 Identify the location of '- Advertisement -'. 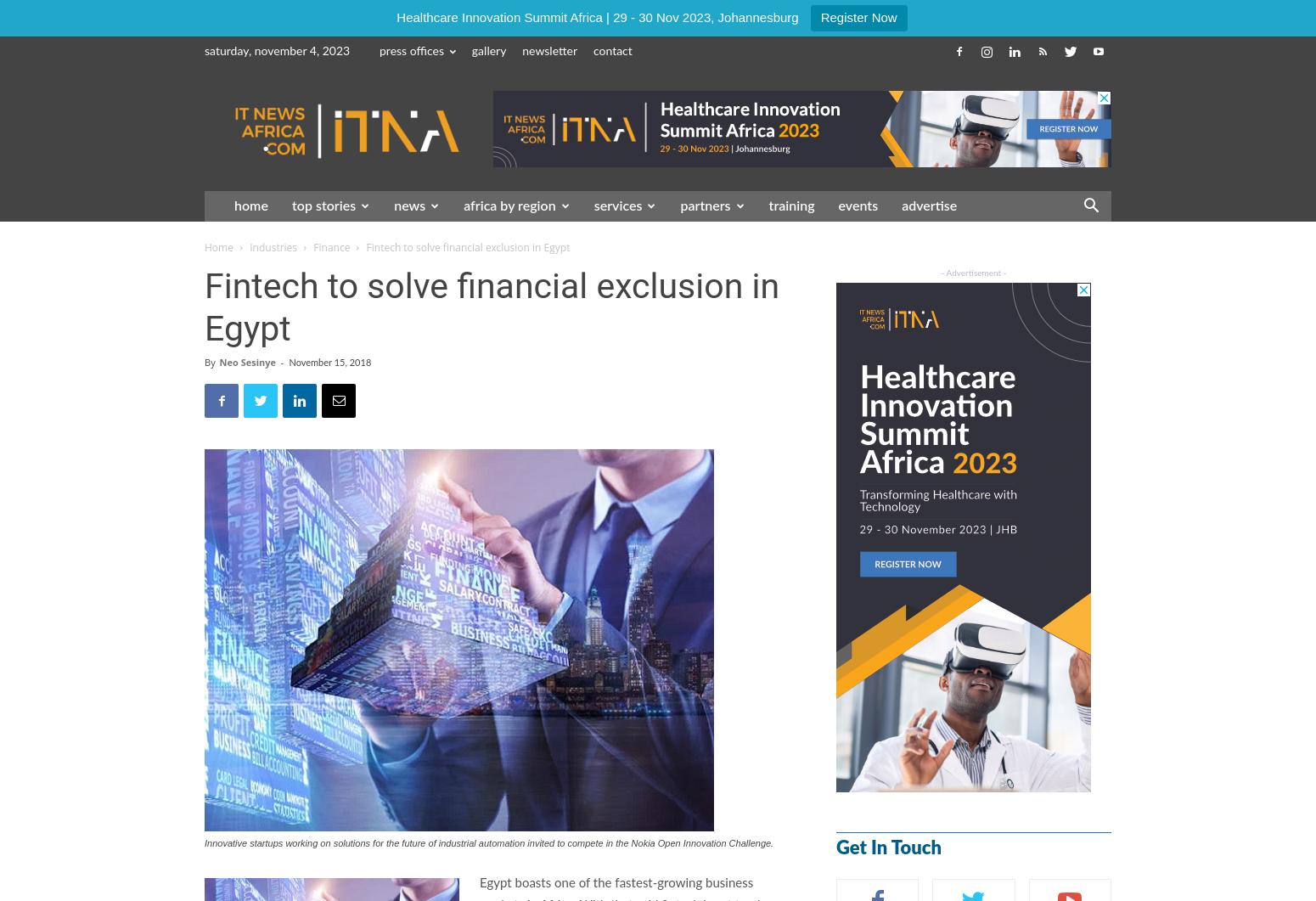
(939, 273).